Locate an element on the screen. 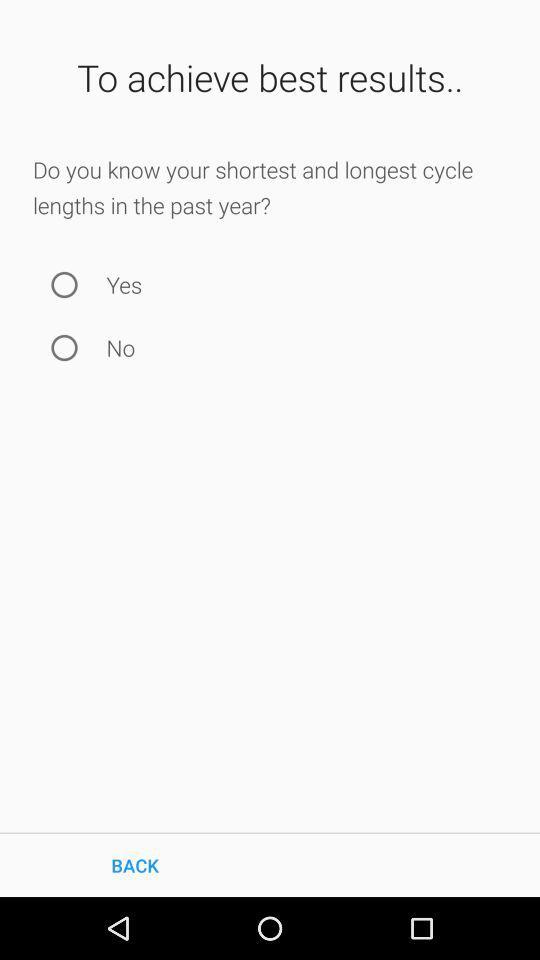 This screenshot has height=960, width=540. no is located at coordinates (64, 348).